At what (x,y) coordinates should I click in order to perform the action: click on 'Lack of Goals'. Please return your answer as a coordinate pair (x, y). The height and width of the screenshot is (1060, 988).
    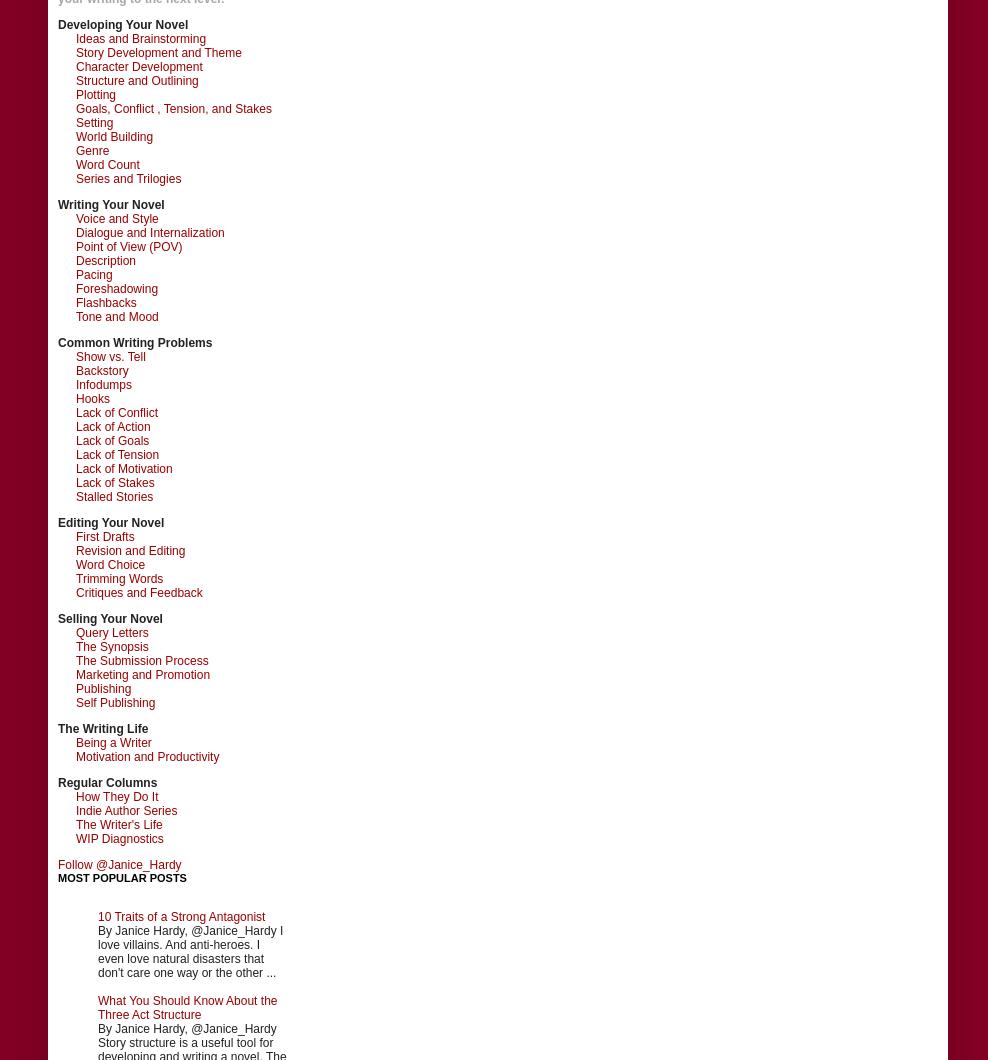
    Looking at the image, I should click on (75, 439).